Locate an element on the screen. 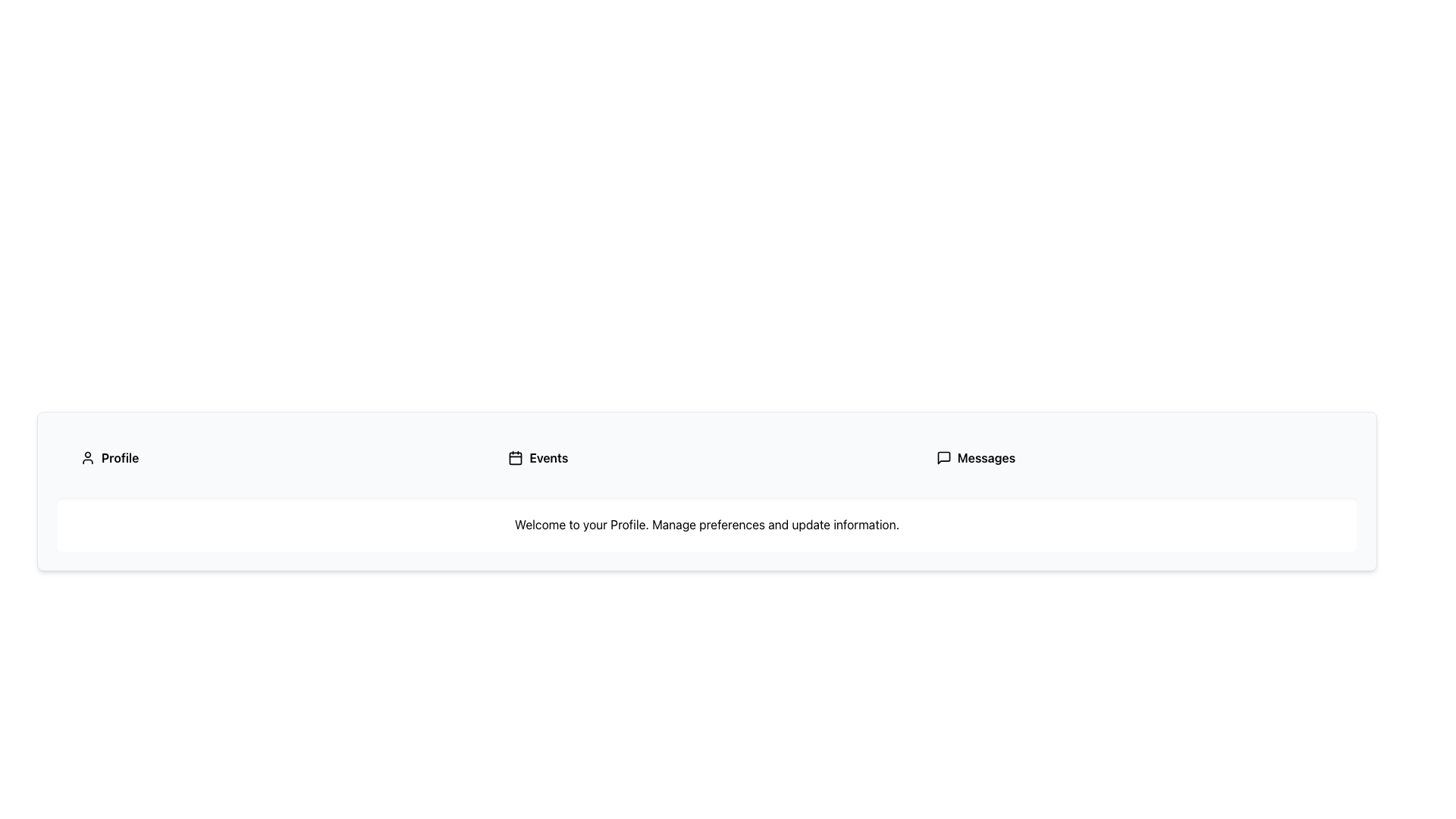 The height and width of the screenshot is (819, 1456). the 'Profile' icon located in the horizontal navigation bar, positioned to the left of the text 'Profile' is located at coordinates (86, 457).